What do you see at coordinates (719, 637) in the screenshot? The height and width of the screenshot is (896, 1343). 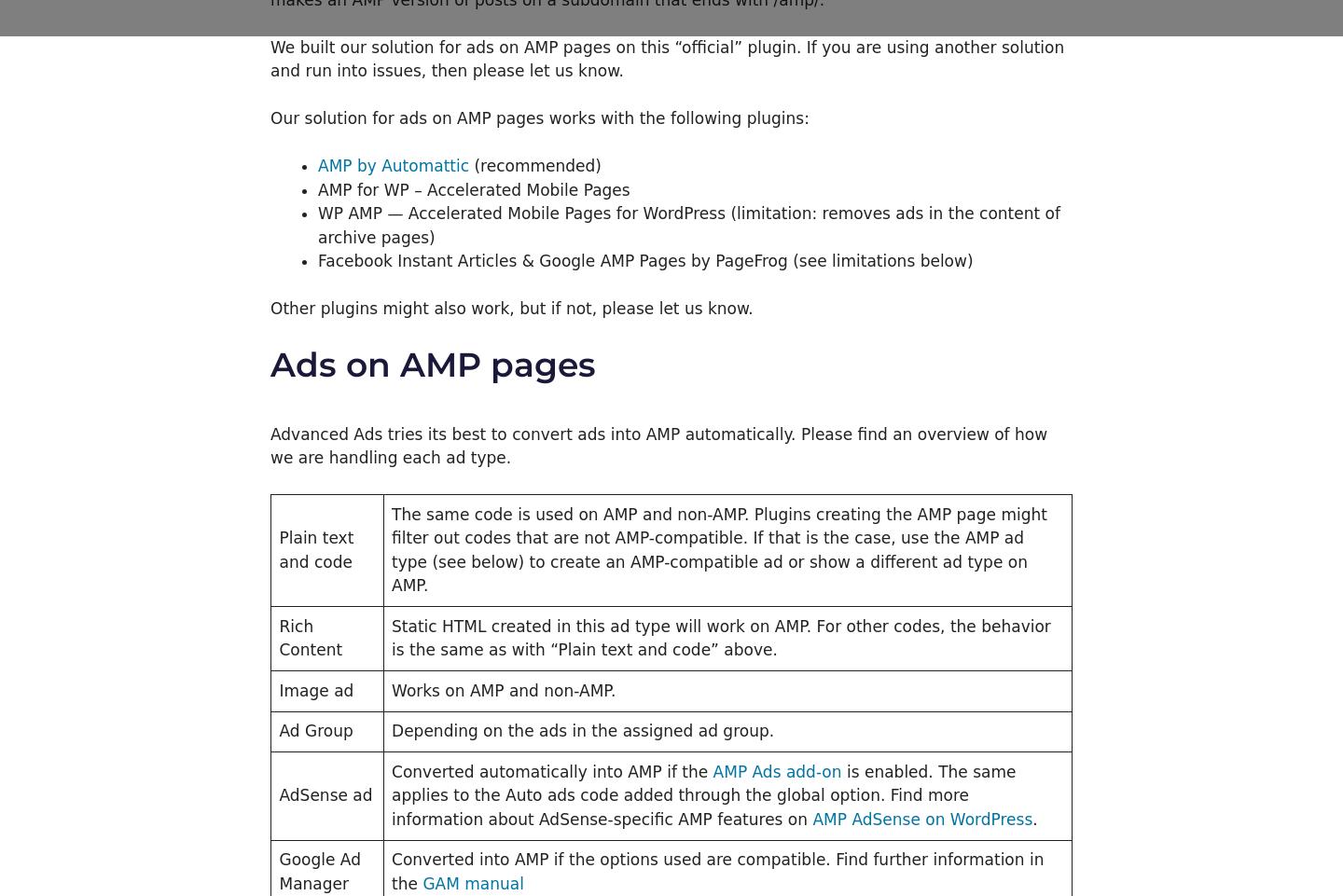 I see `'Static HTML created in this ad type will work on AMP. For other codes, the behavior is the same as with “Plain text and code” above.'` at bounding box center [719, 637].